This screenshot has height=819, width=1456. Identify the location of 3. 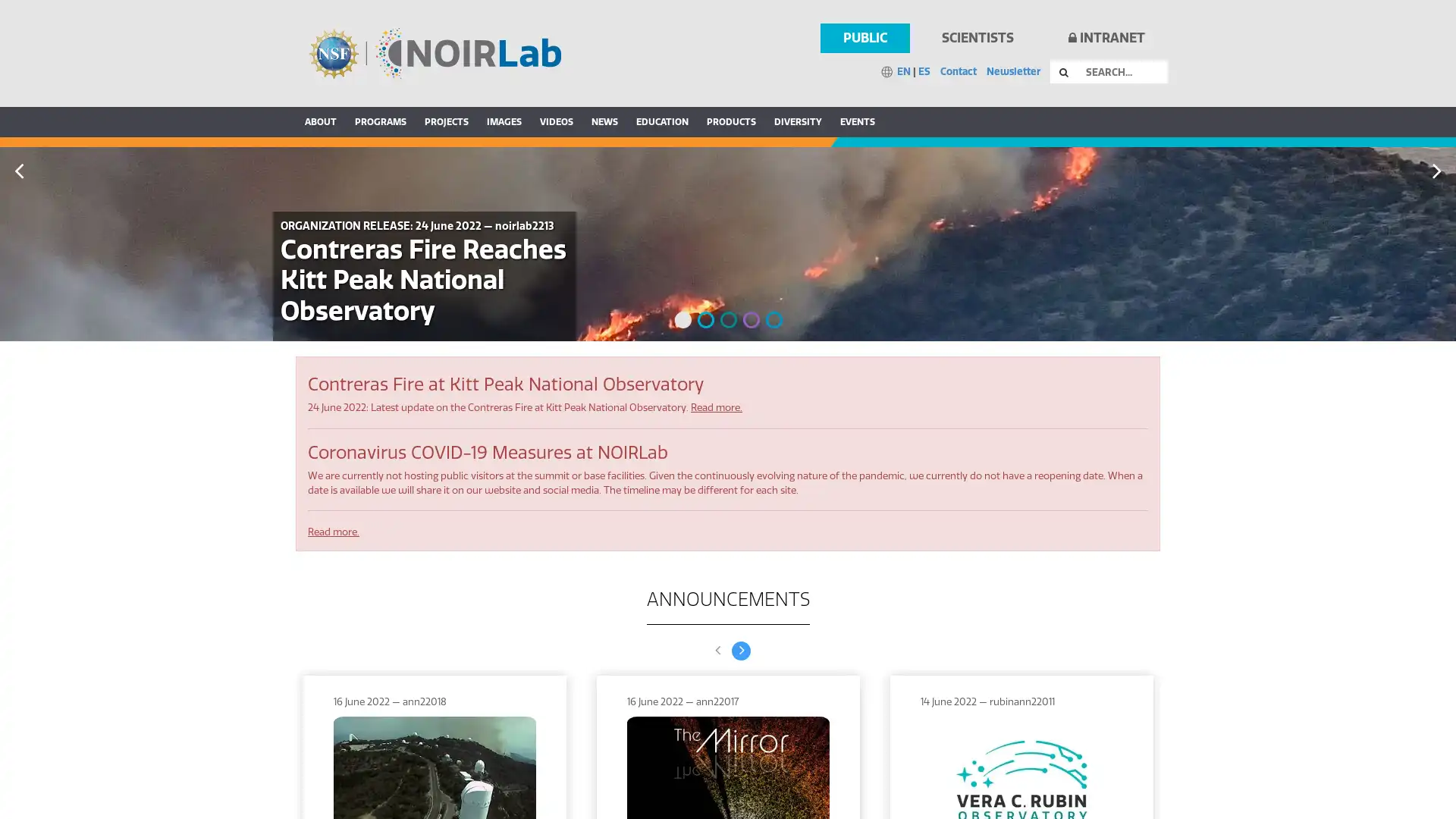
(728, 466).